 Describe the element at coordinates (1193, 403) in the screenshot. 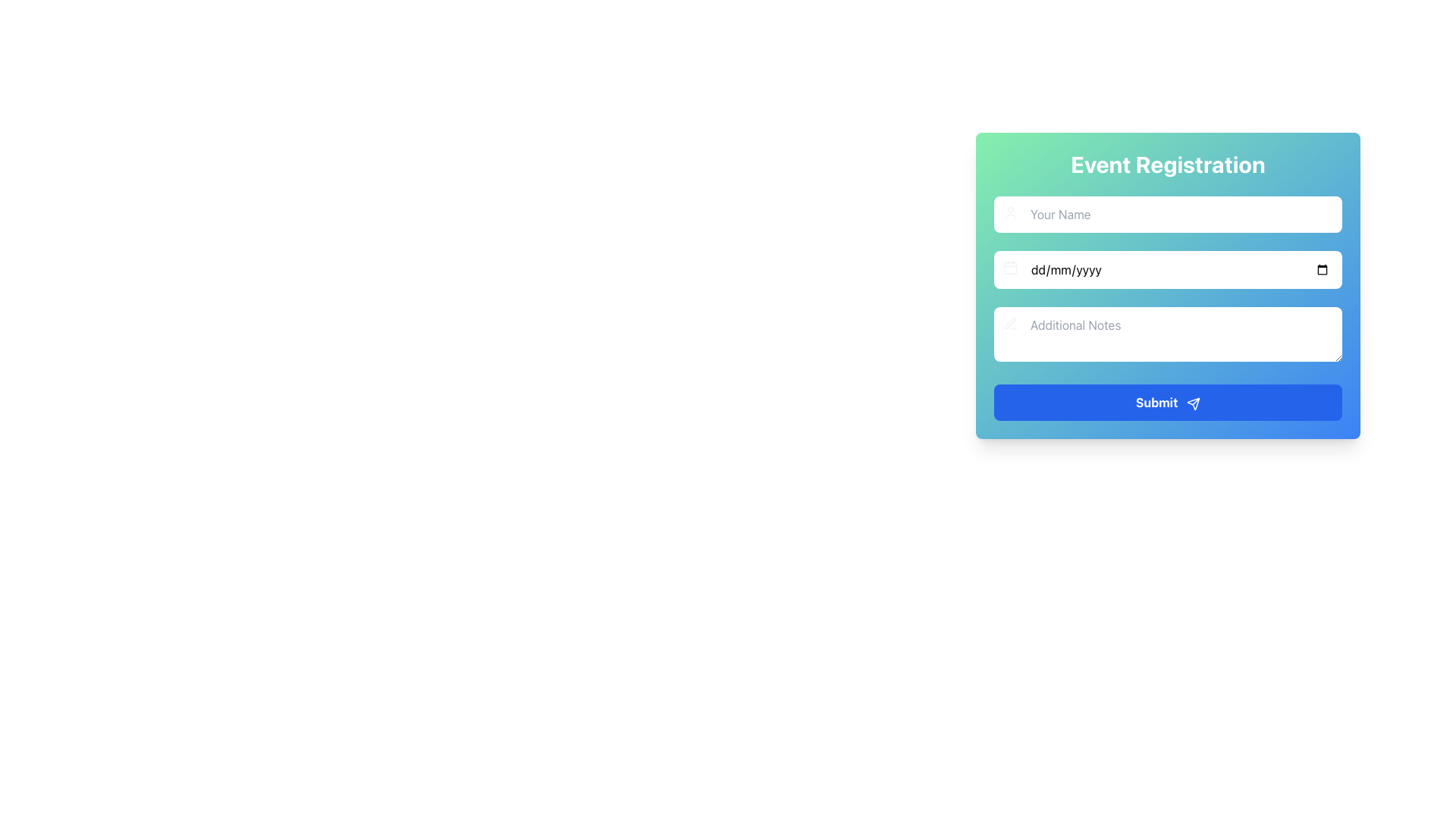

I see `the 'send' icon located on the right side of the 'Submit' button, which visually reinforces the button's purpose` at that location.